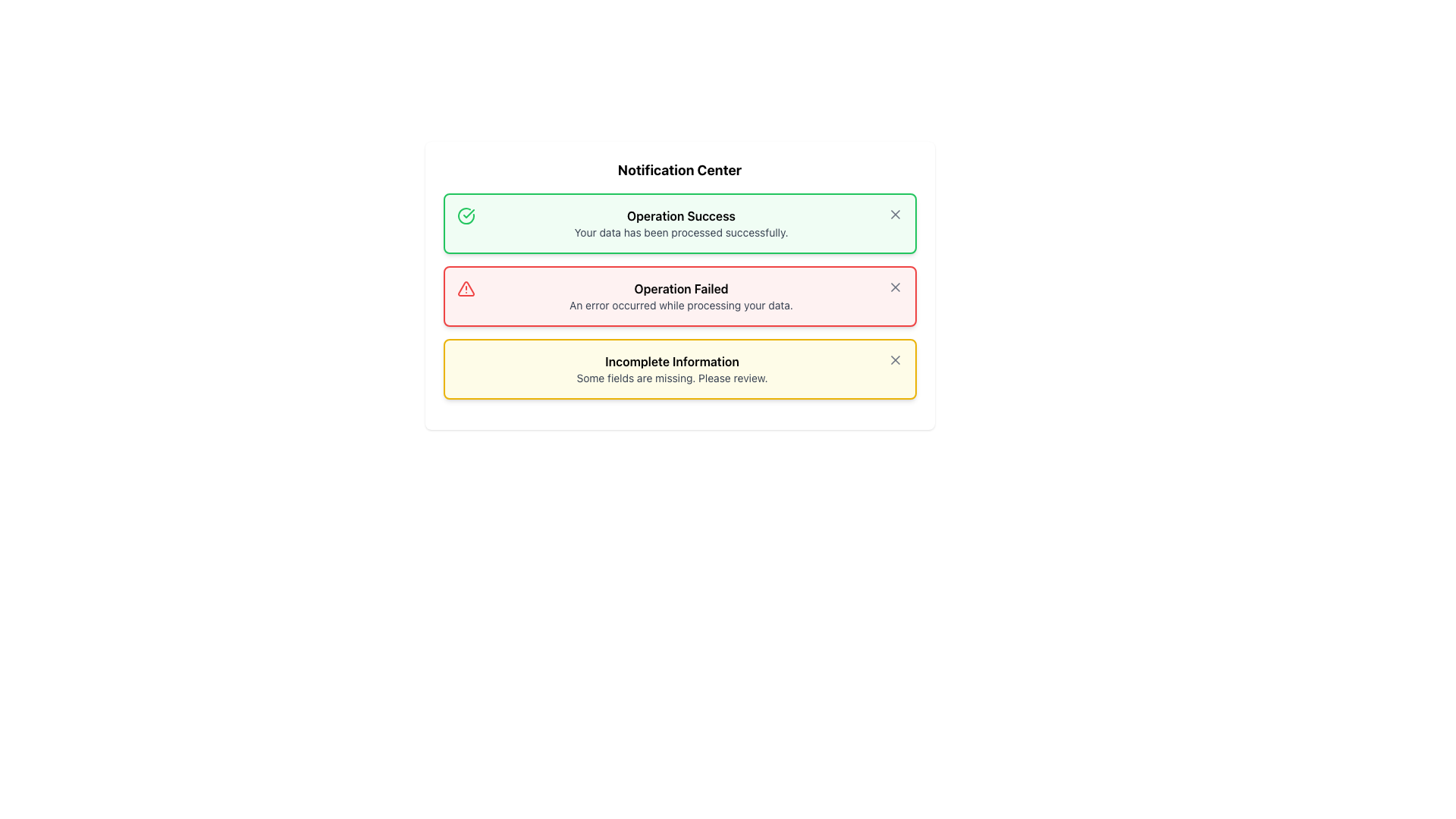 The width and height of the screenshot is (1456, 819). I want to click on the error or warning icon located in the middle of the second notification box, which is positioned to the left of the notification's text content, so click(465, 289).